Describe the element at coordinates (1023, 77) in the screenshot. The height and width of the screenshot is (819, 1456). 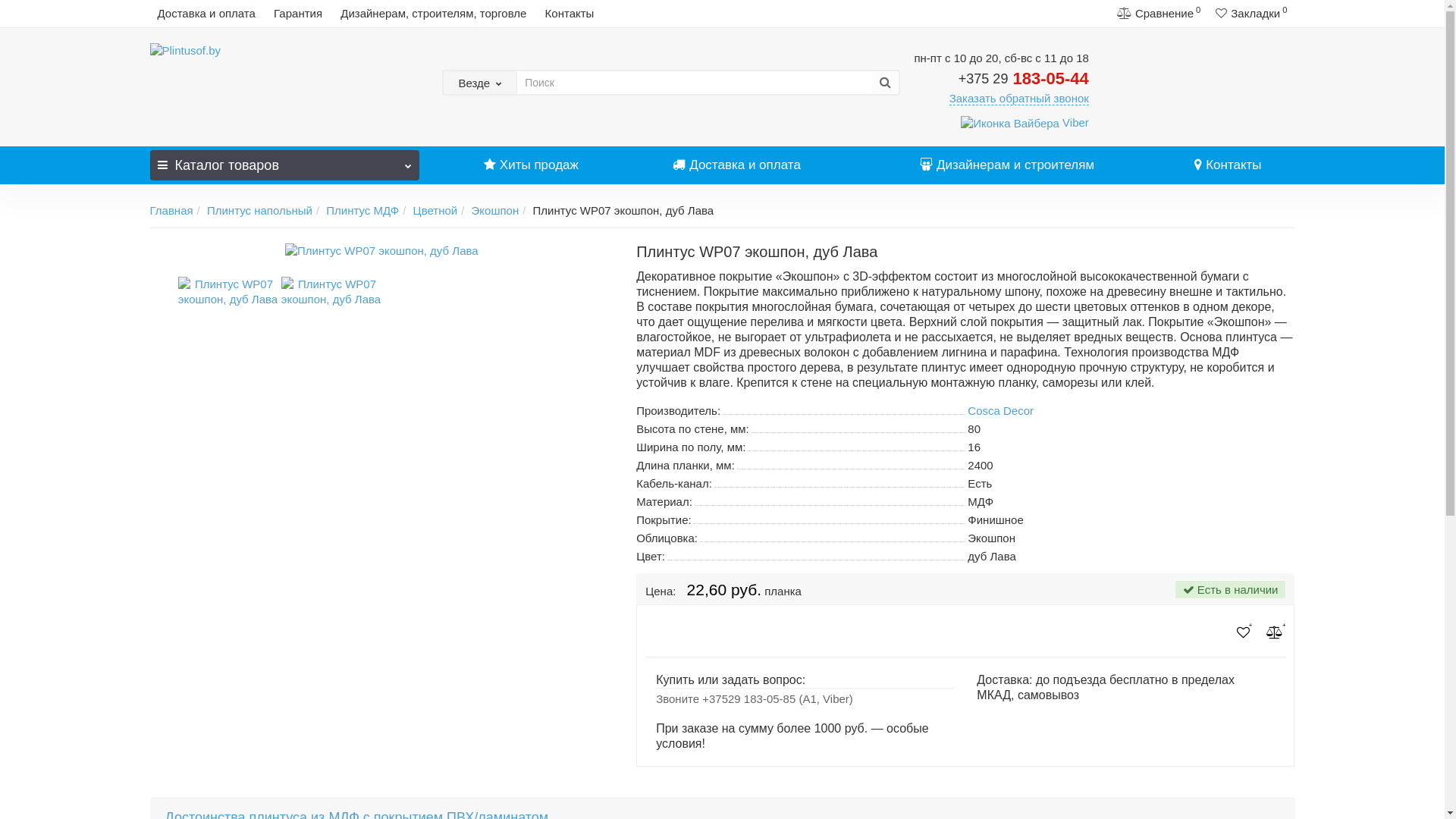
I see `'+375 29 183-05-44'` at that location.